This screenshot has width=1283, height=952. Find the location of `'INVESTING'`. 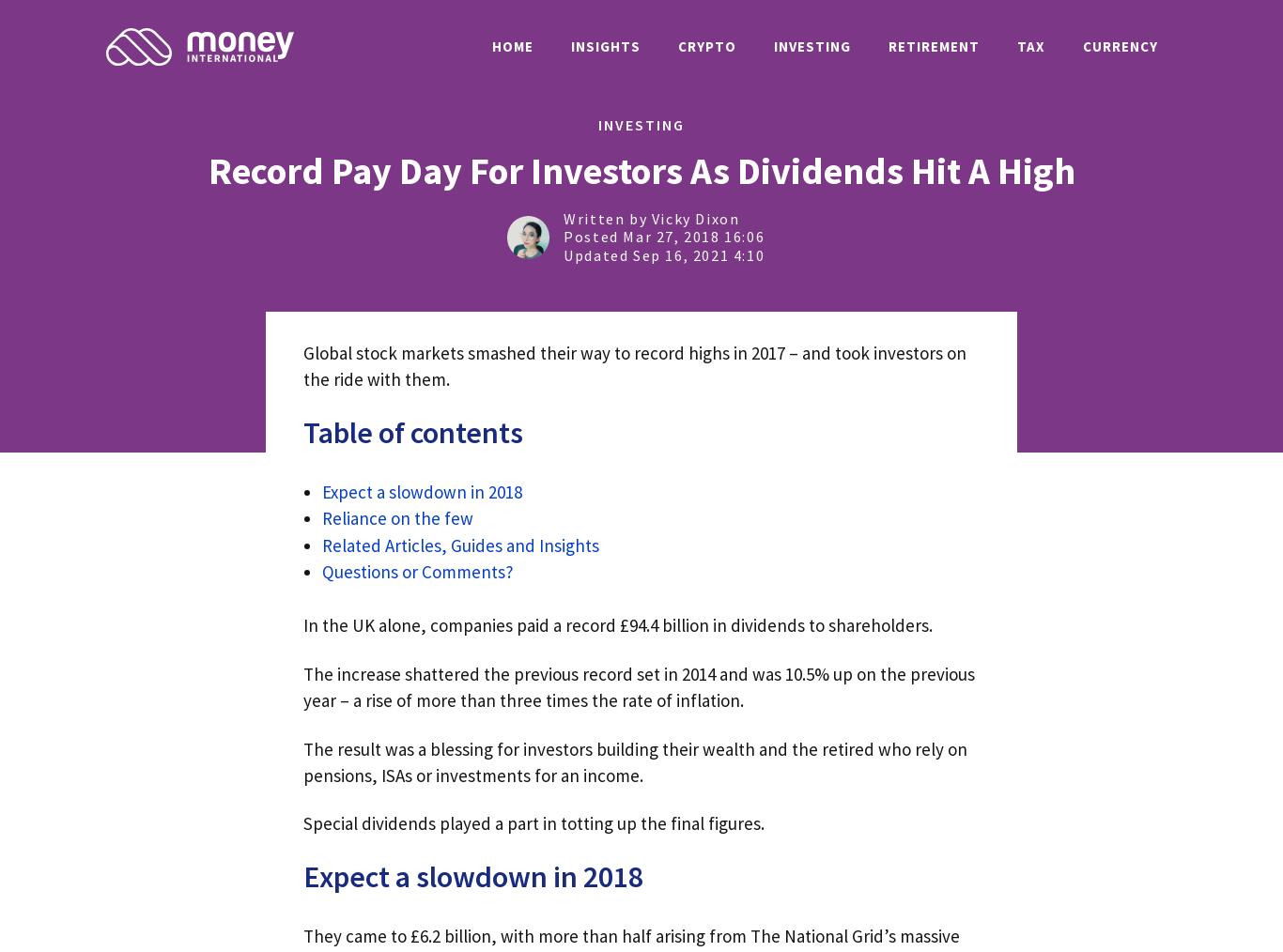

'INVESTING' is located at coordinates (641, 125).